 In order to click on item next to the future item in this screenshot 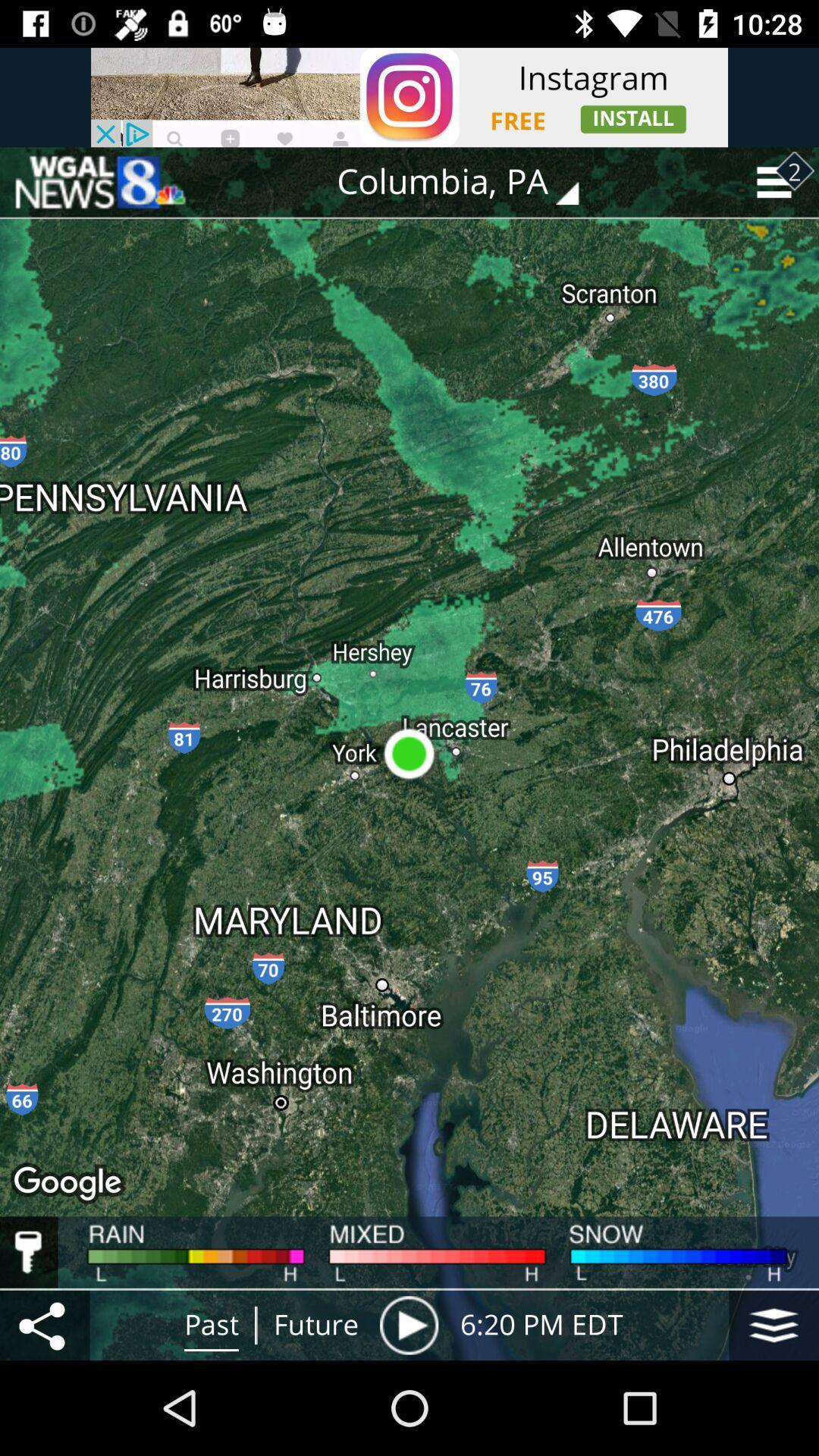, I will do `click(408, 1324)`.